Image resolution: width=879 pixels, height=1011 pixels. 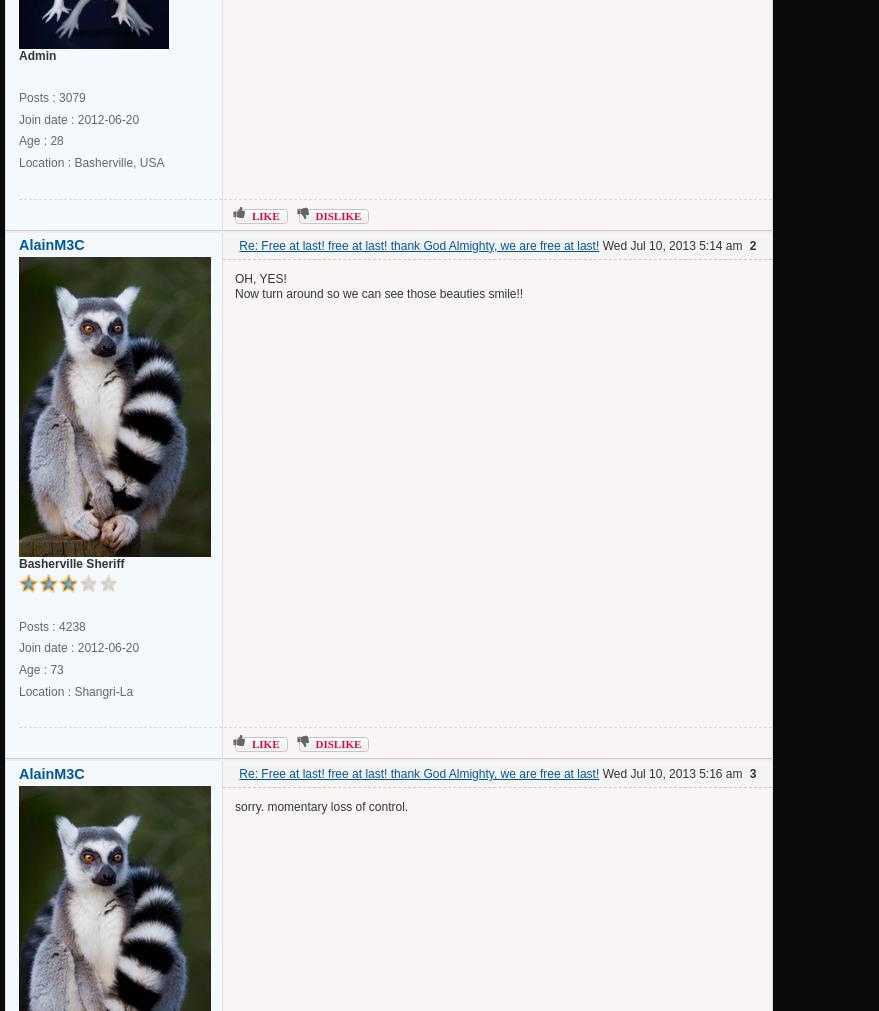 I want to click on '4238', so click(x=71, y=626).